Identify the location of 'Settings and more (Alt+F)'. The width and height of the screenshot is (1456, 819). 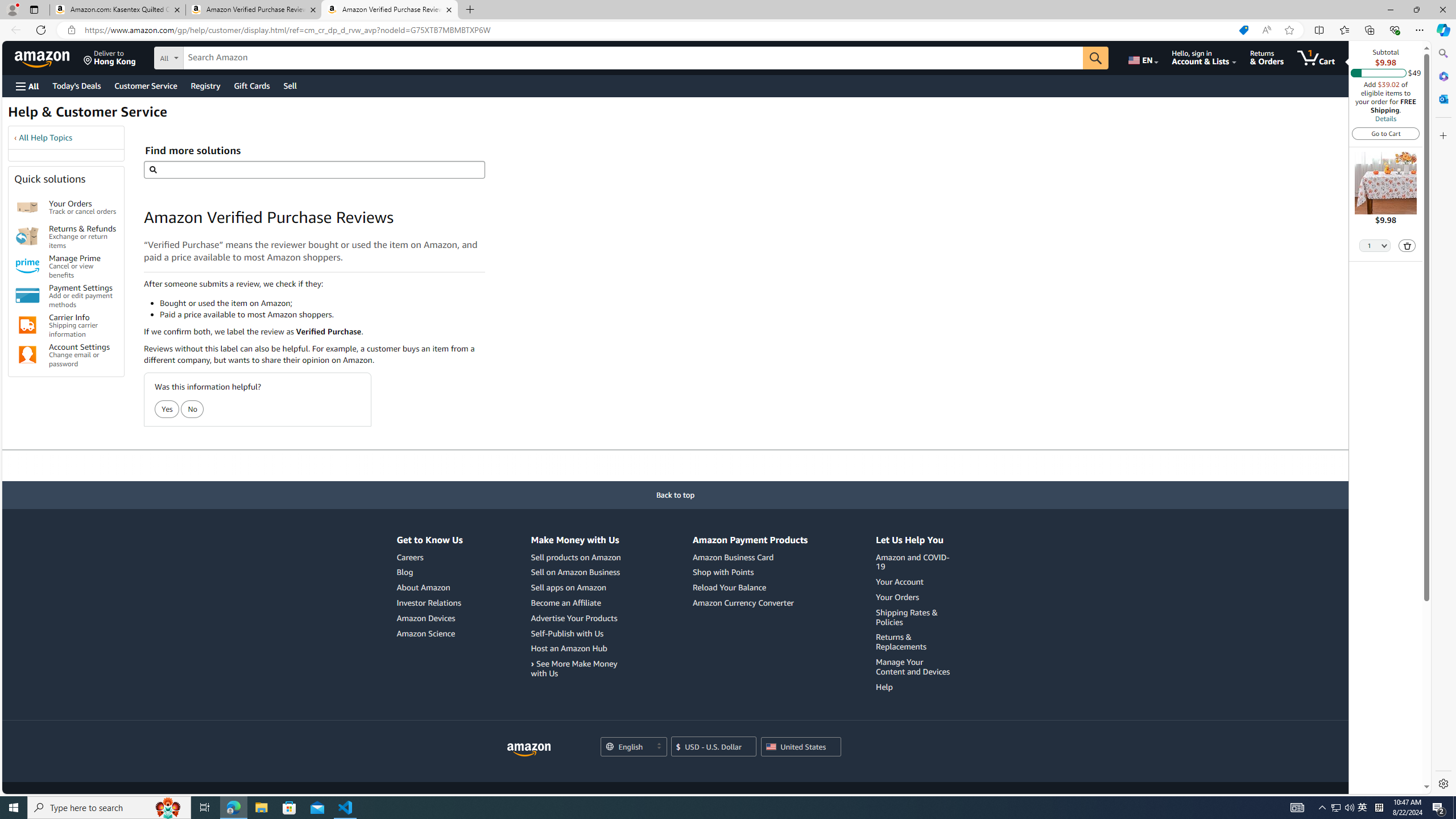
(1419, 29).